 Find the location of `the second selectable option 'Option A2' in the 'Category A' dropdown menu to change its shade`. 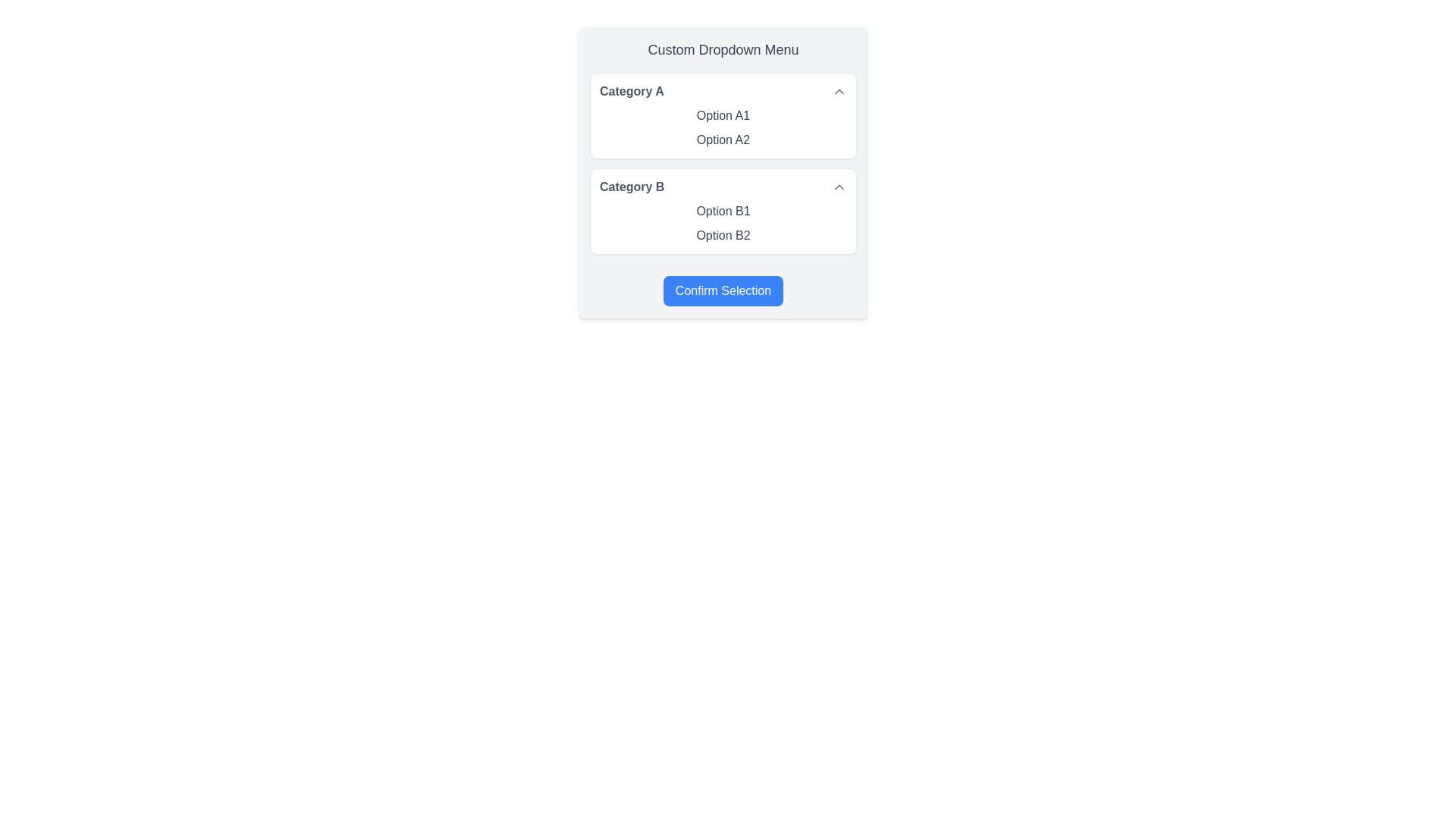

the second selectable option 'Option A2' in the 'Category A' dropdown menu to change its shade is located at coordinates (723, 140).